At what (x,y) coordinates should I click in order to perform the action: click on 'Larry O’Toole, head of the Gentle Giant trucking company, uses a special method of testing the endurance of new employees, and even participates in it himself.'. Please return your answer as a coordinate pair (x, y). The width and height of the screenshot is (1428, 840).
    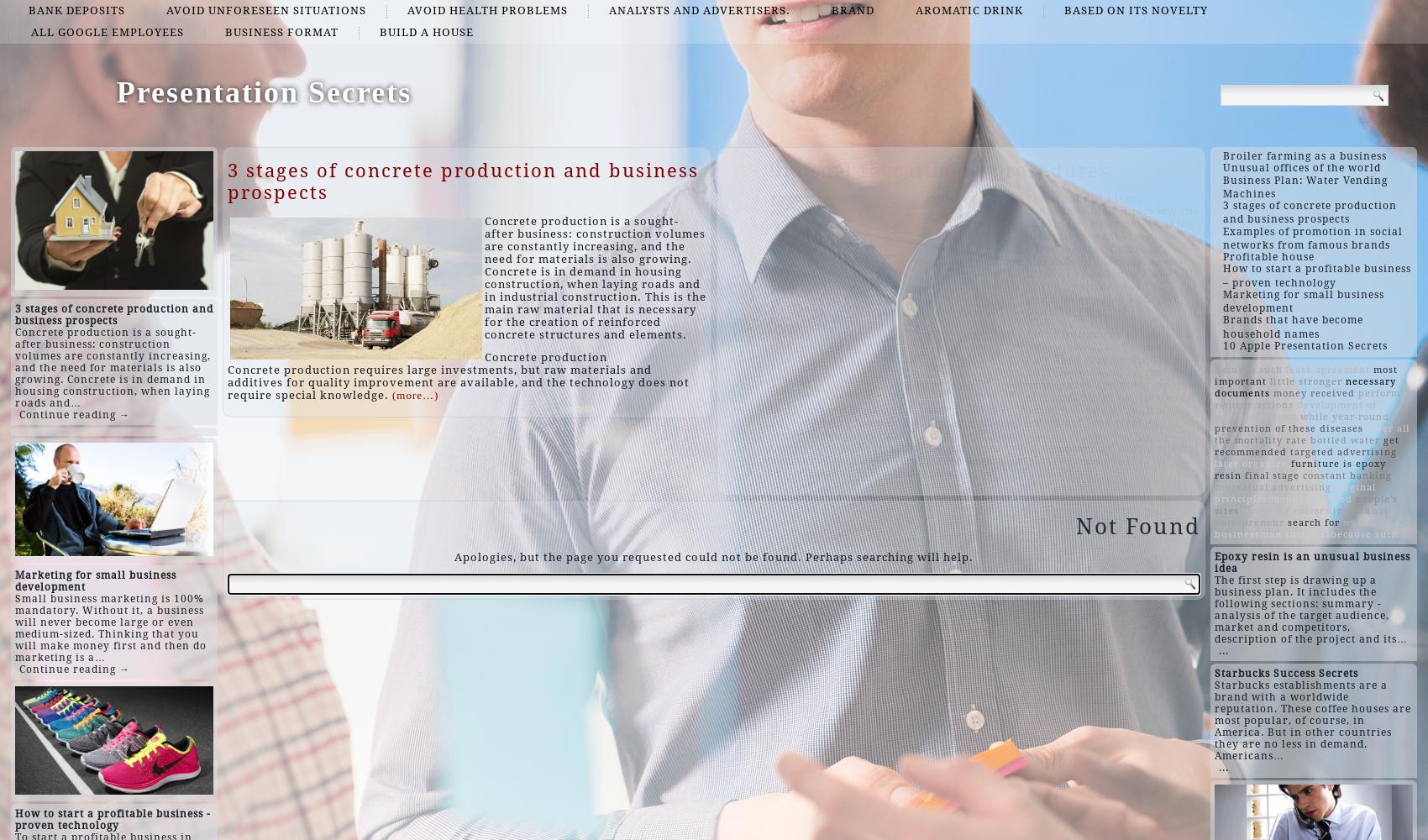
    Looking at the image, I should click on (769, 460).